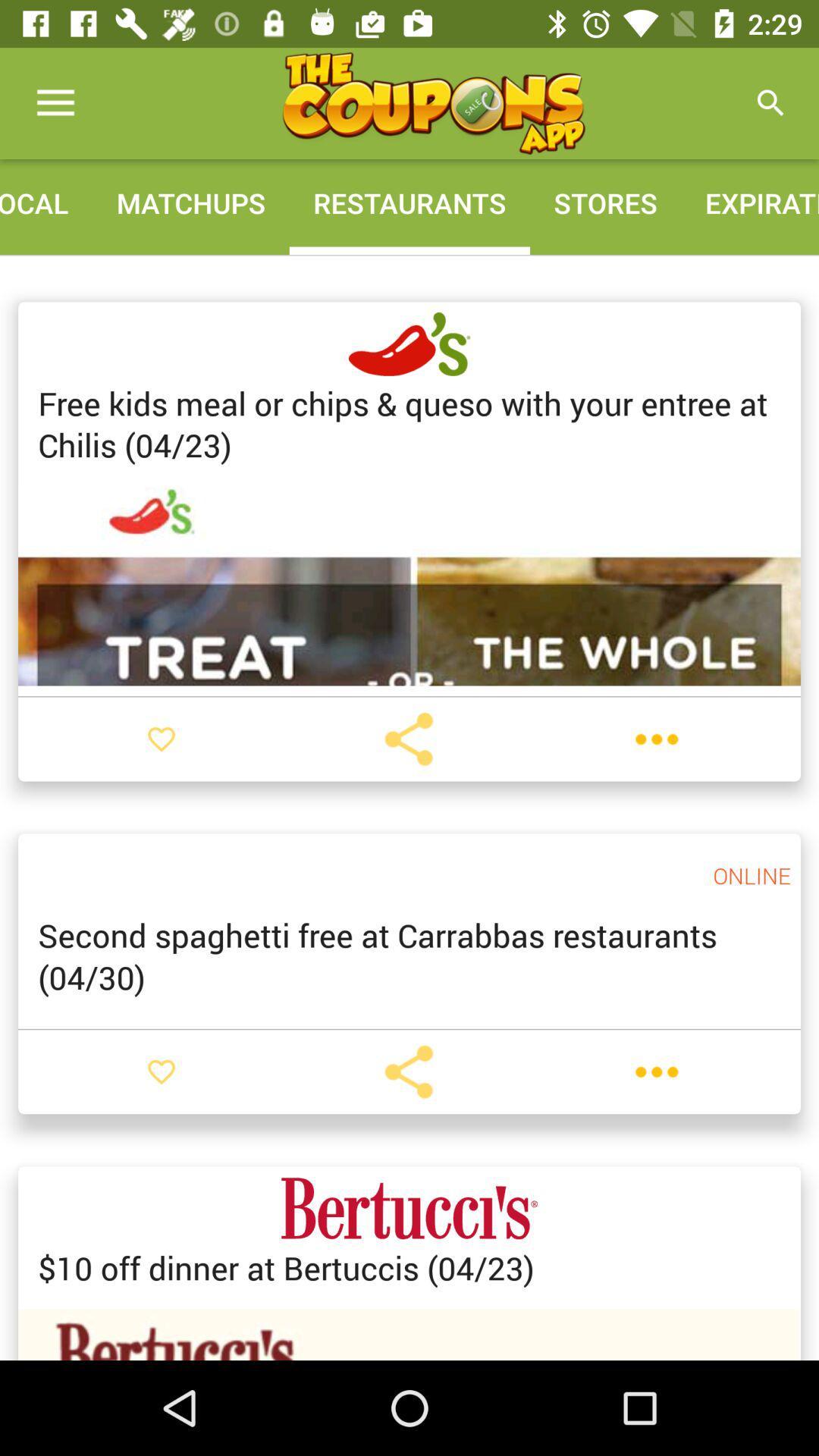  I want to click on see options and details for coupon, so click(656, 739).